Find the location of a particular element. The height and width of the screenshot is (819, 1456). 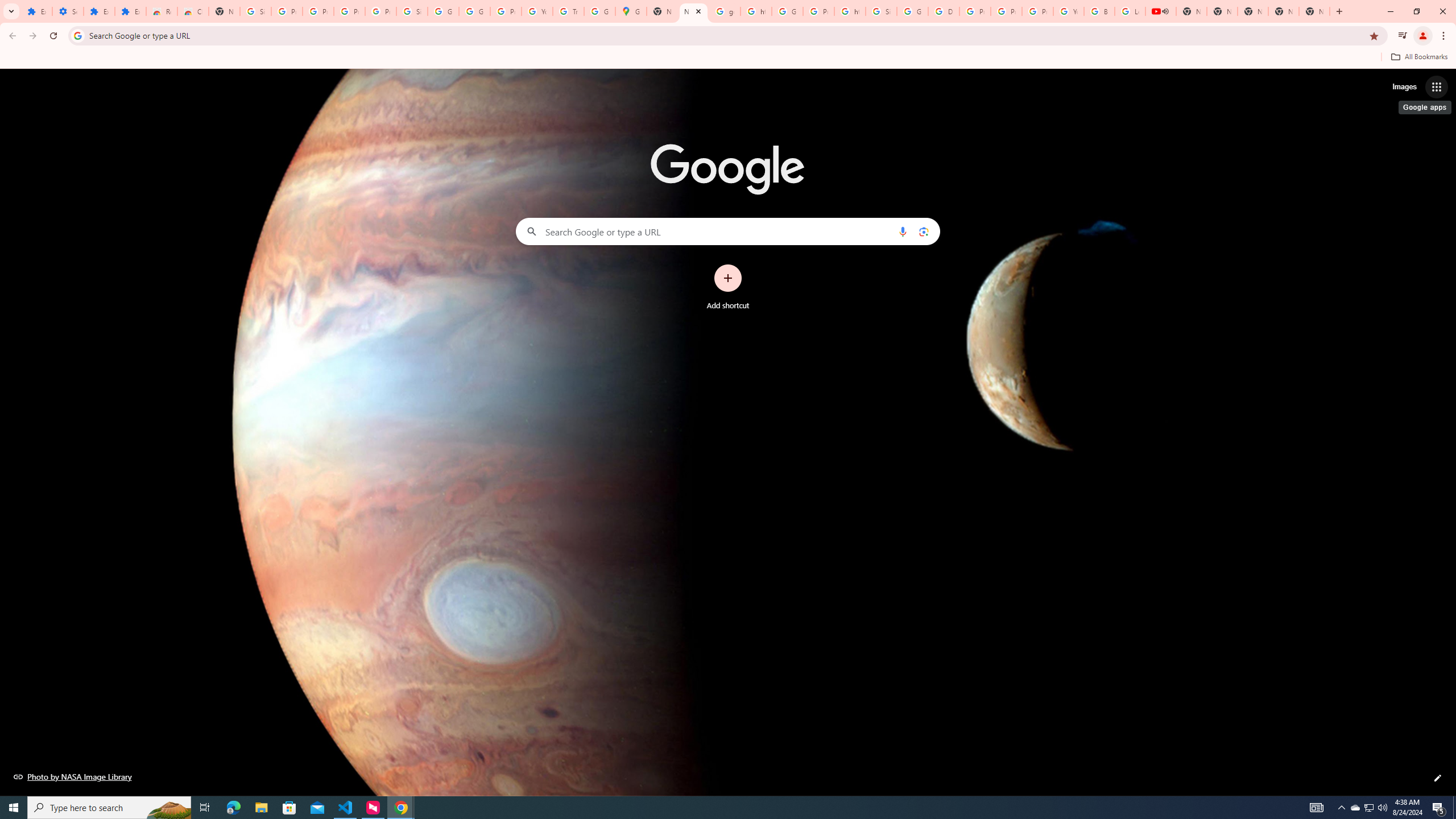

'Minimize' is located at coordinates (1389, 11).